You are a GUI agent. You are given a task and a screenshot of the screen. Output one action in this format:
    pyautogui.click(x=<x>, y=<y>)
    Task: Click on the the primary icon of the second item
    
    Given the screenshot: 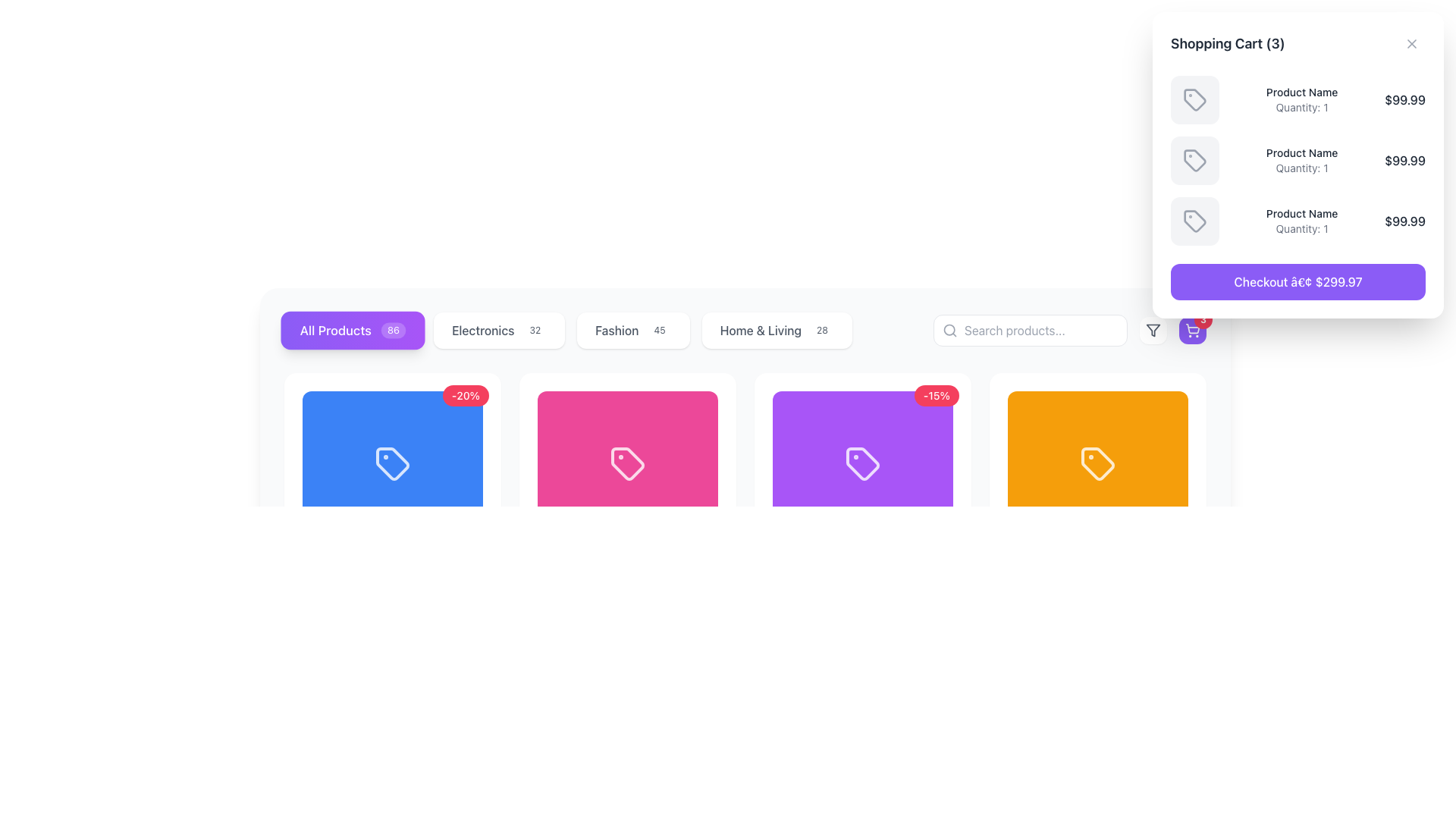 What is the action you would take?
    pyautogui.click(x=1194, y=161)
    